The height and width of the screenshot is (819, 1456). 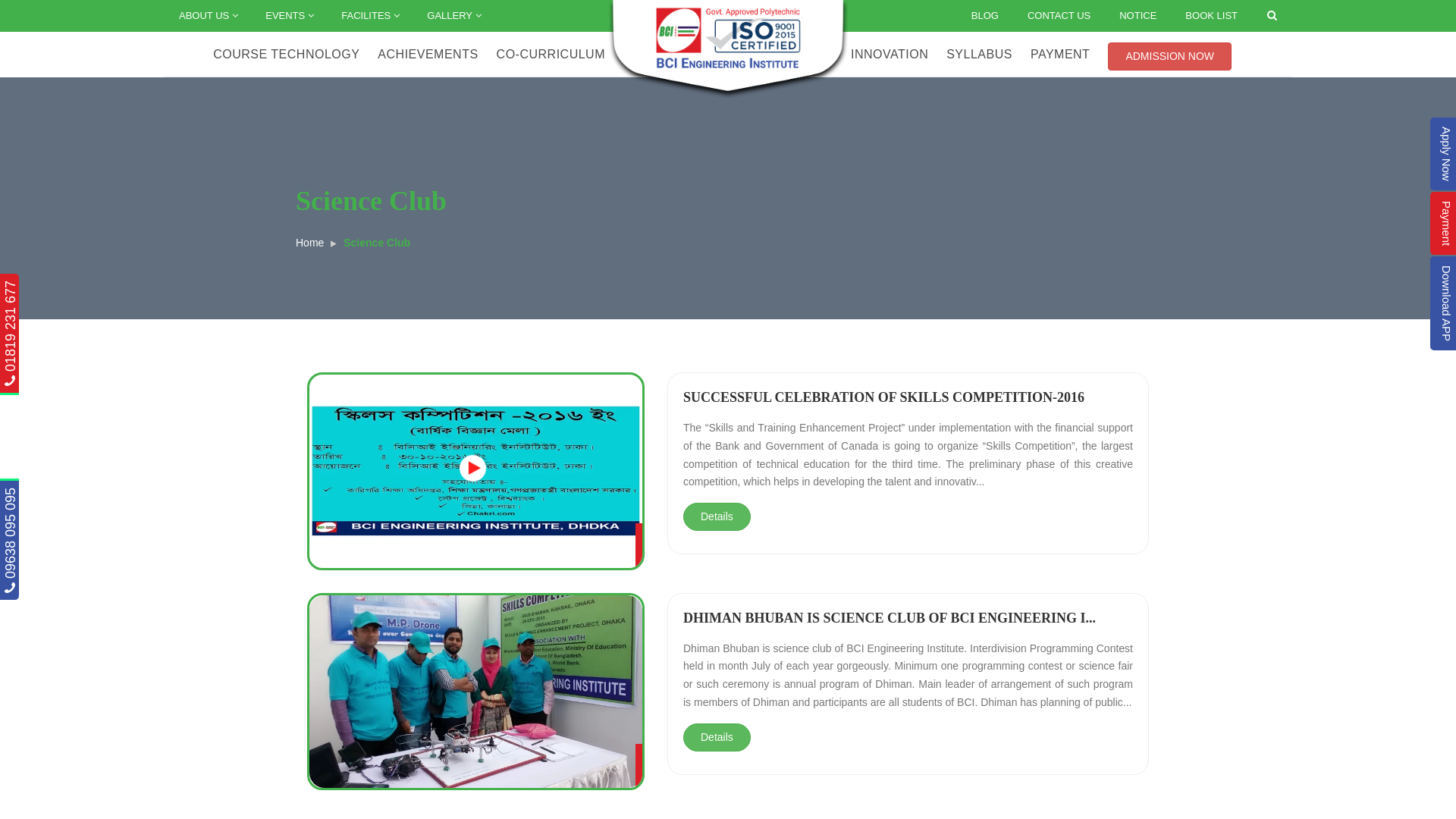 I want to click on 'BLOG', so click(x=956, y=15).